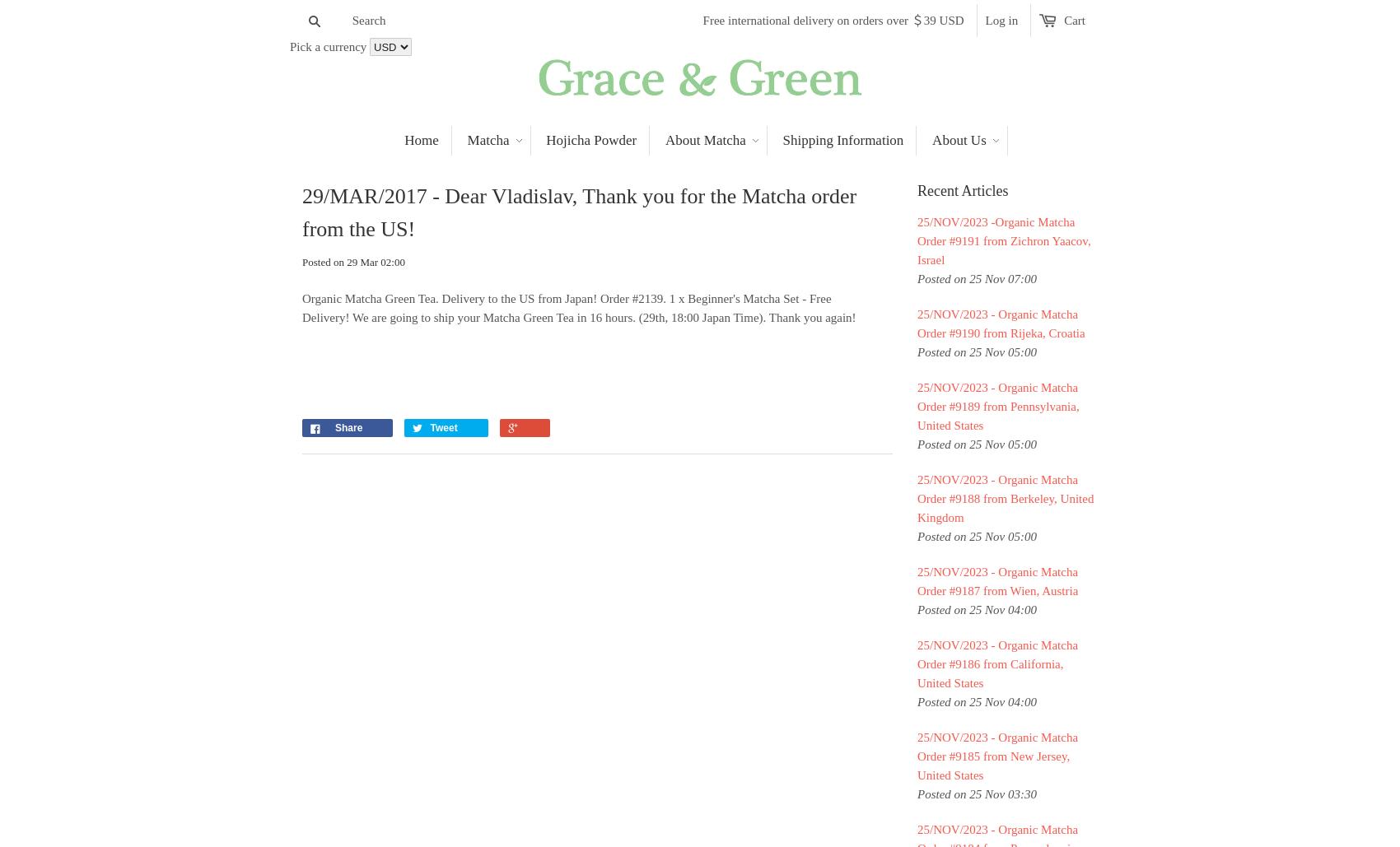  Describe the element at coordinates (705, 140) in the screenshot. I see `'About Matcha'` at that location.